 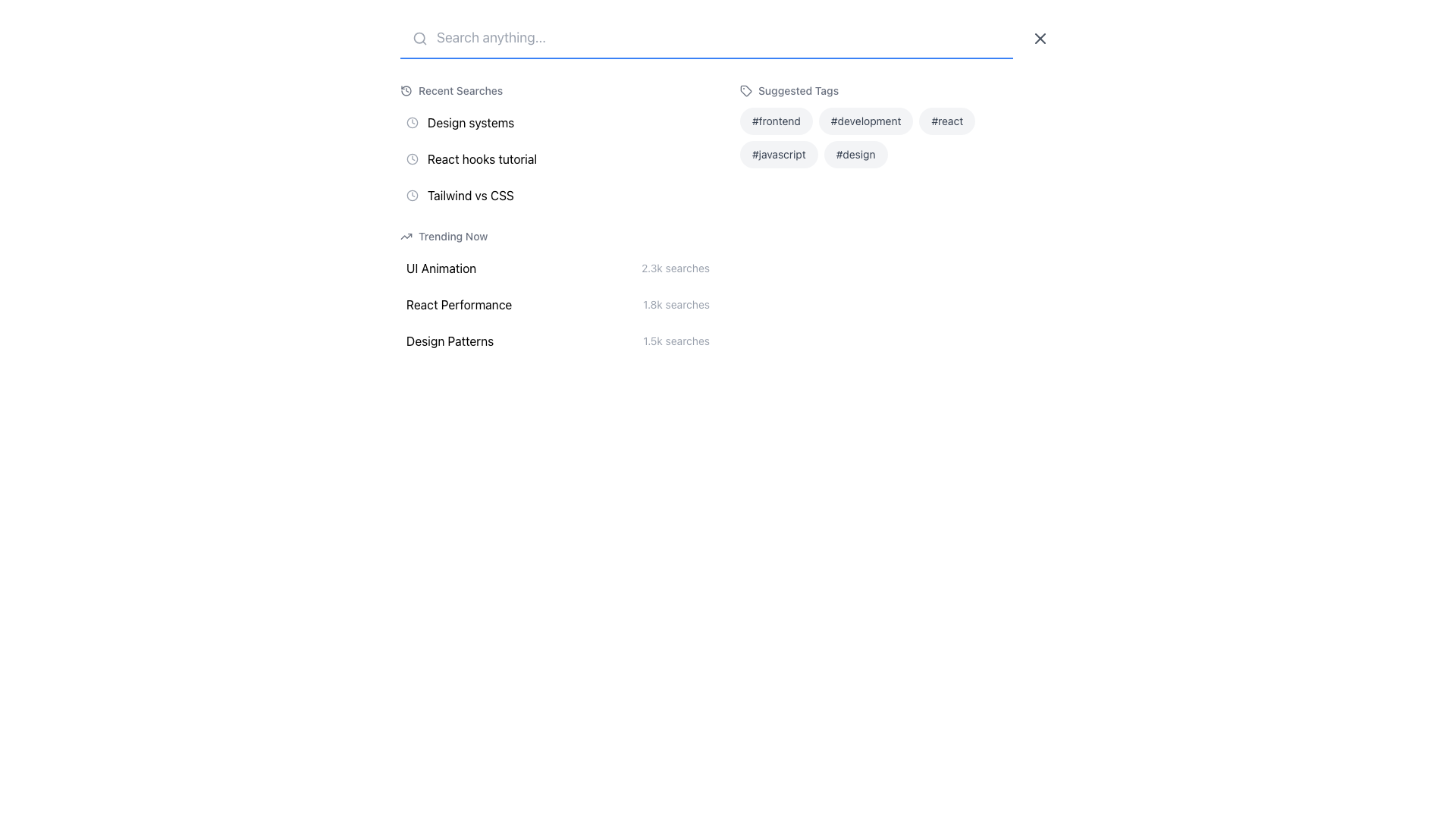 I want to click on the interactive list item labeled 'React hooks tutorial' located in the 'Recent Searches' section, so click(x=557, y=158).